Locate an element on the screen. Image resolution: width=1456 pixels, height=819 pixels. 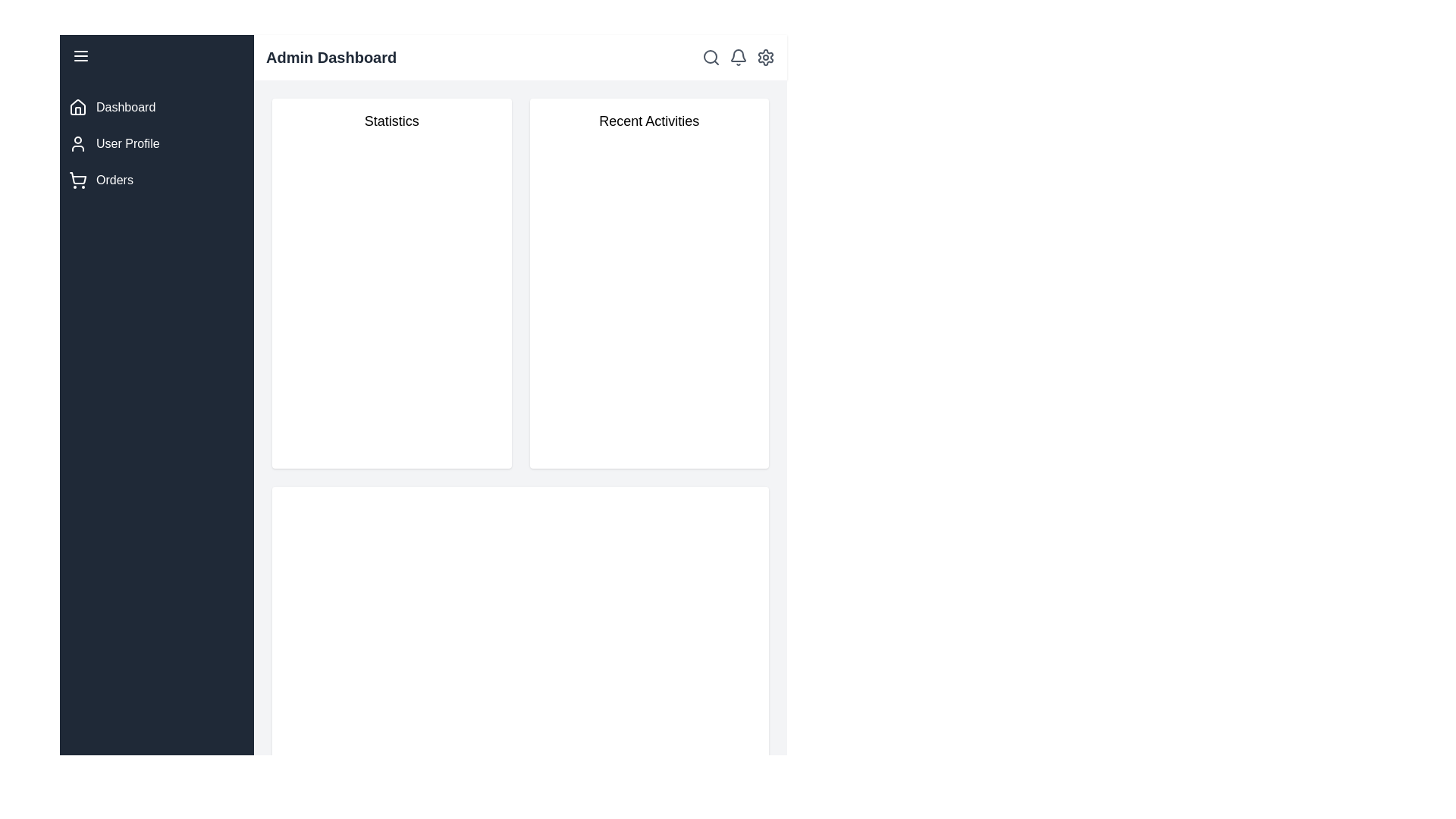
the 'Orders' menu item is located at coordinates (156, 180).